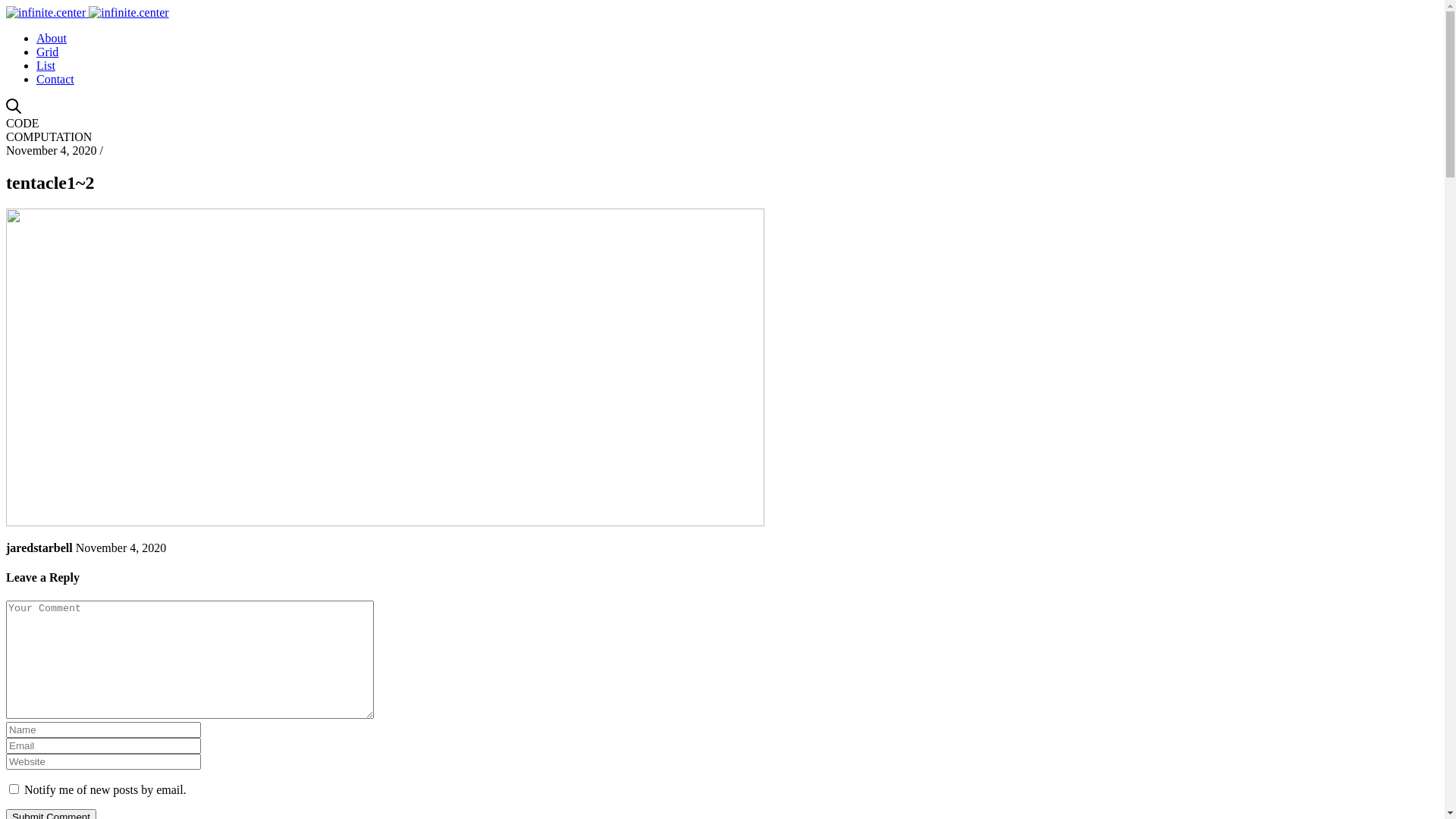 The image size is (1456, 819). I want to click on 'Grid', so click(36, 51).